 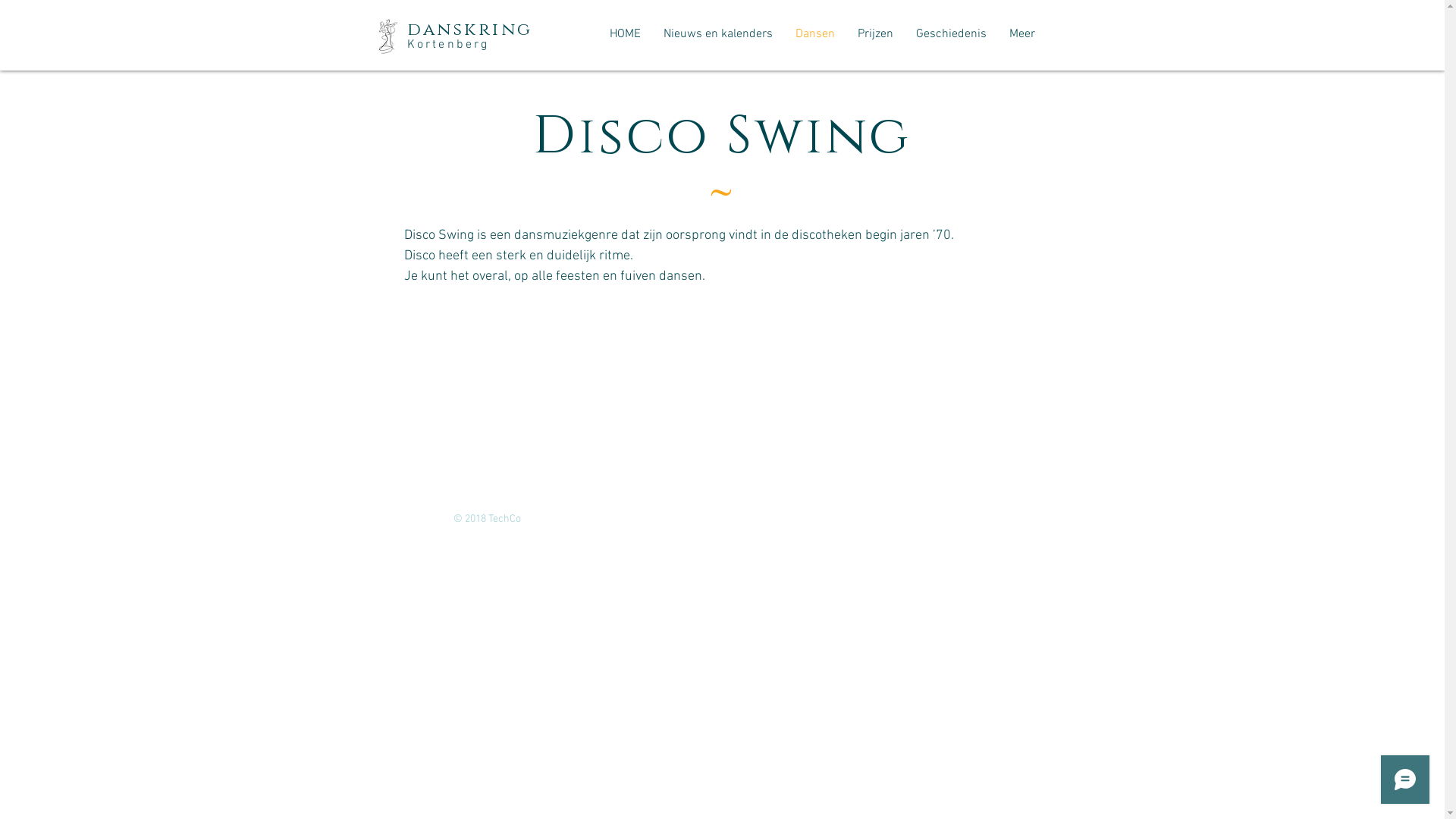 I want to click on 'TechCo', so click(x=506, y=518).